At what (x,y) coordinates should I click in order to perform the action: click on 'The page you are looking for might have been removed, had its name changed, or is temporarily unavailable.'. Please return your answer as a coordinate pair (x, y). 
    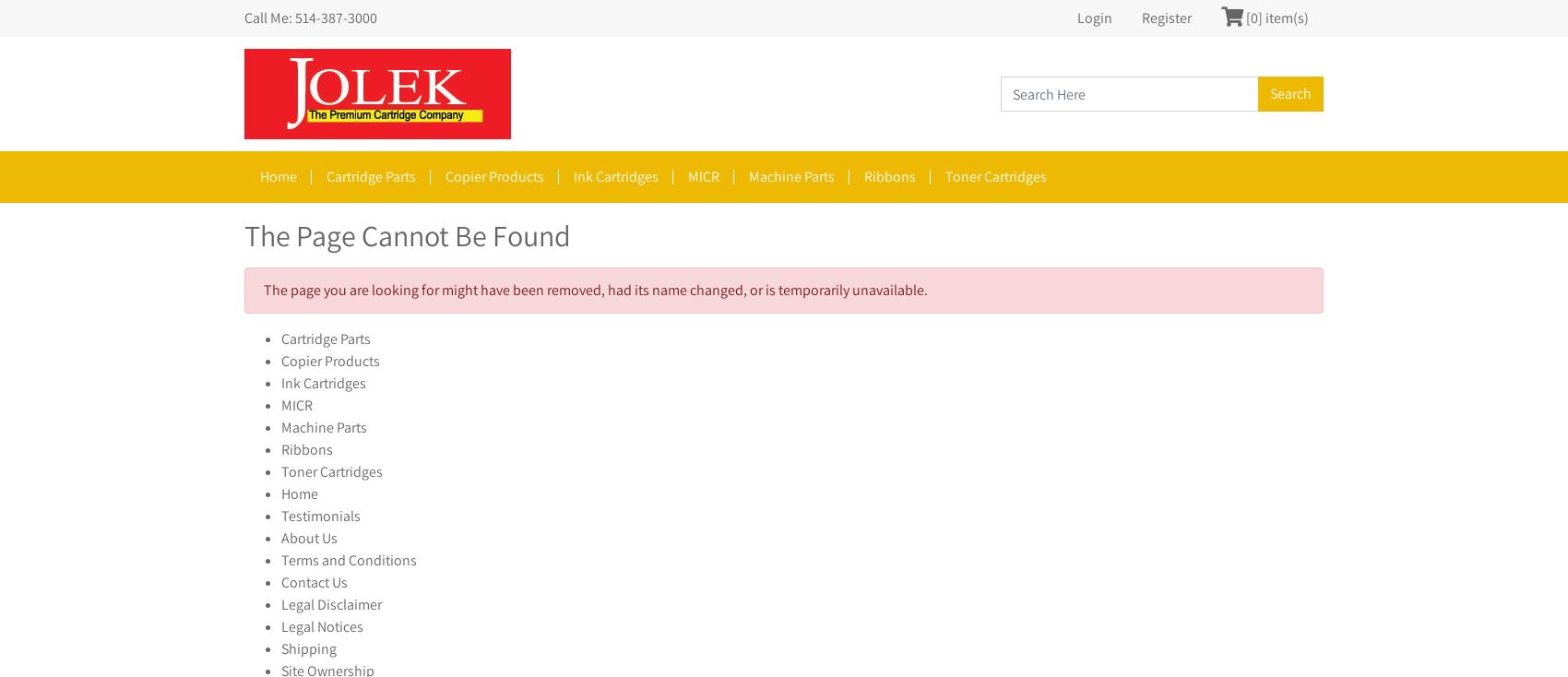
    Looking at the image, I should click on (596, 290).